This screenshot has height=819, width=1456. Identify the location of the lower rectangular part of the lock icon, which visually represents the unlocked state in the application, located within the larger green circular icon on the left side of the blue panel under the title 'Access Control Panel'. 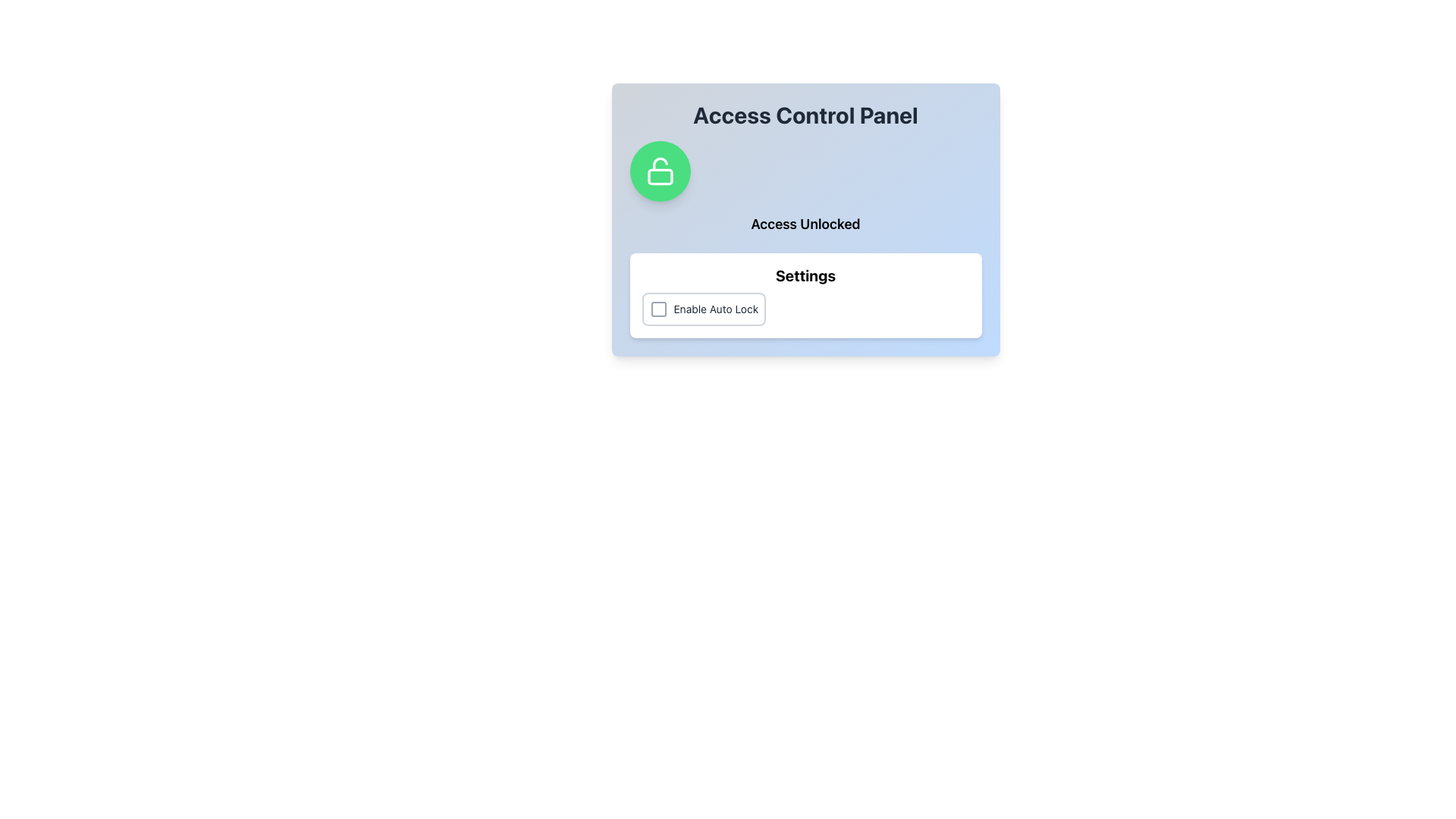
(660, 176).